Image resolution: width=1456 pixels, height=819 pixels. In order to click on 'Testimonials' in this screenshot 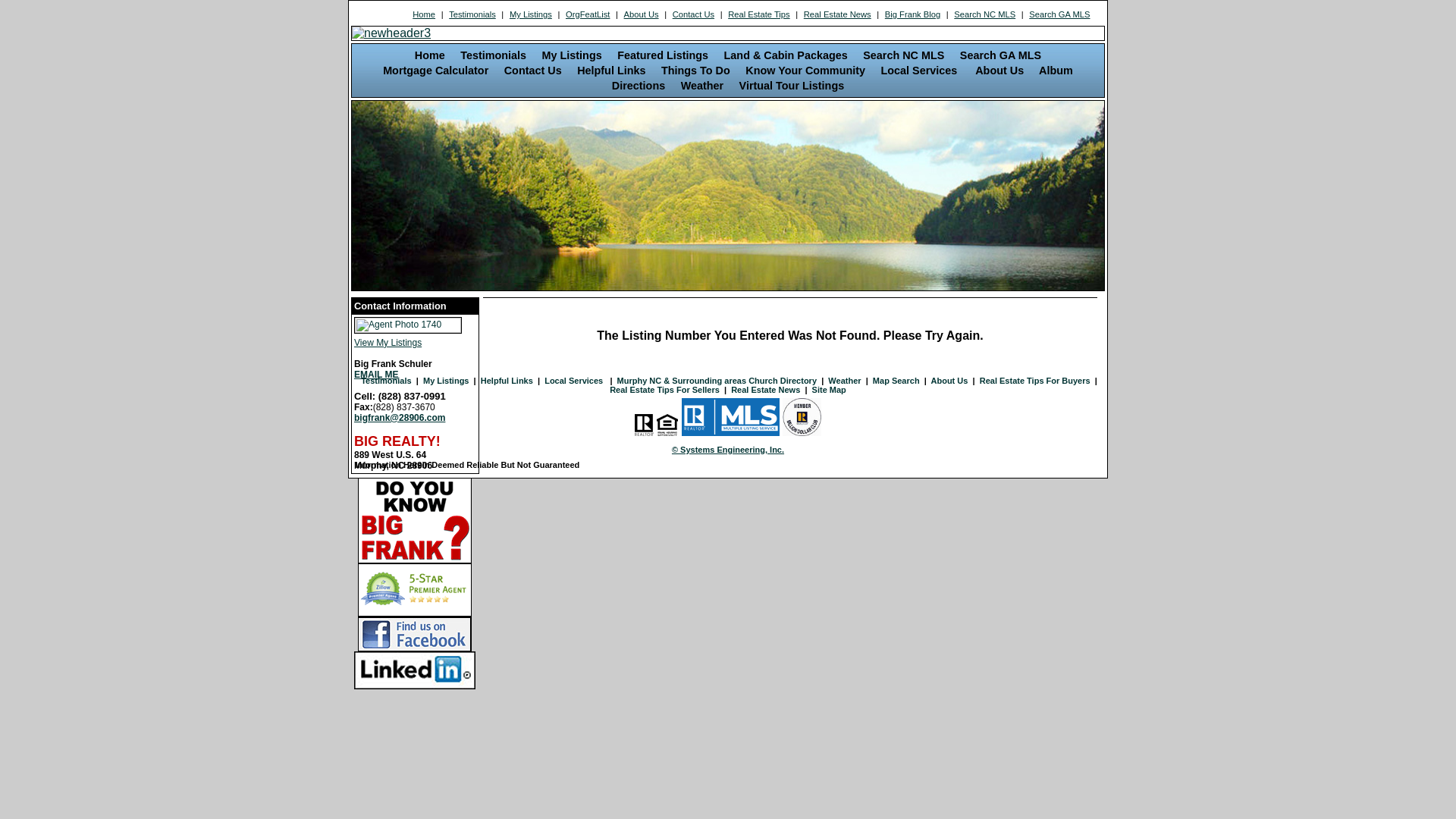, I will do `click(385, 379)`.